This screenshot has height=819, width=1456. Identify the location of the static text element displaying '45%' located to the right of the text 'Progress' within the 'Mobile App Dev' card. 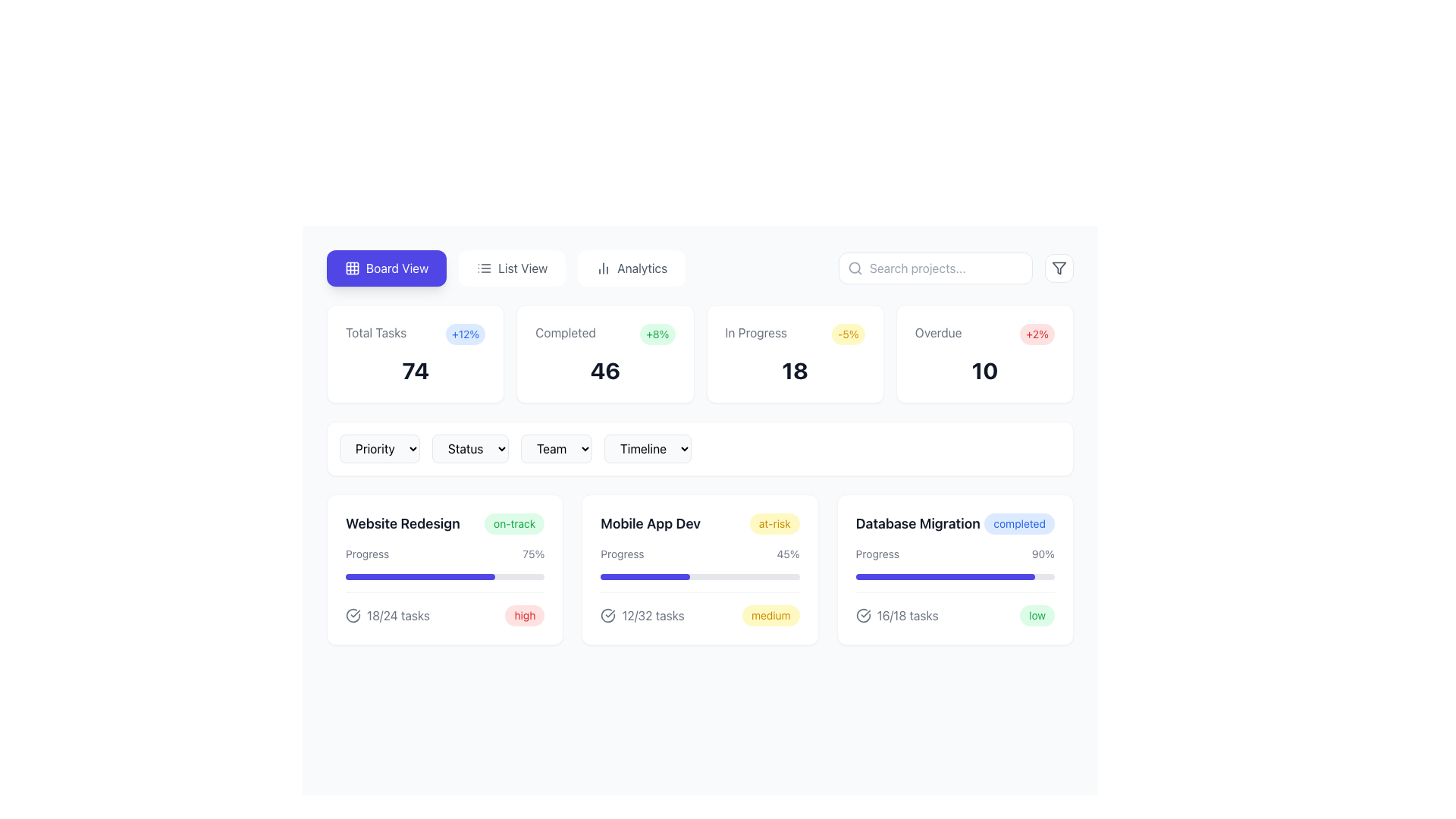
(788, 554).